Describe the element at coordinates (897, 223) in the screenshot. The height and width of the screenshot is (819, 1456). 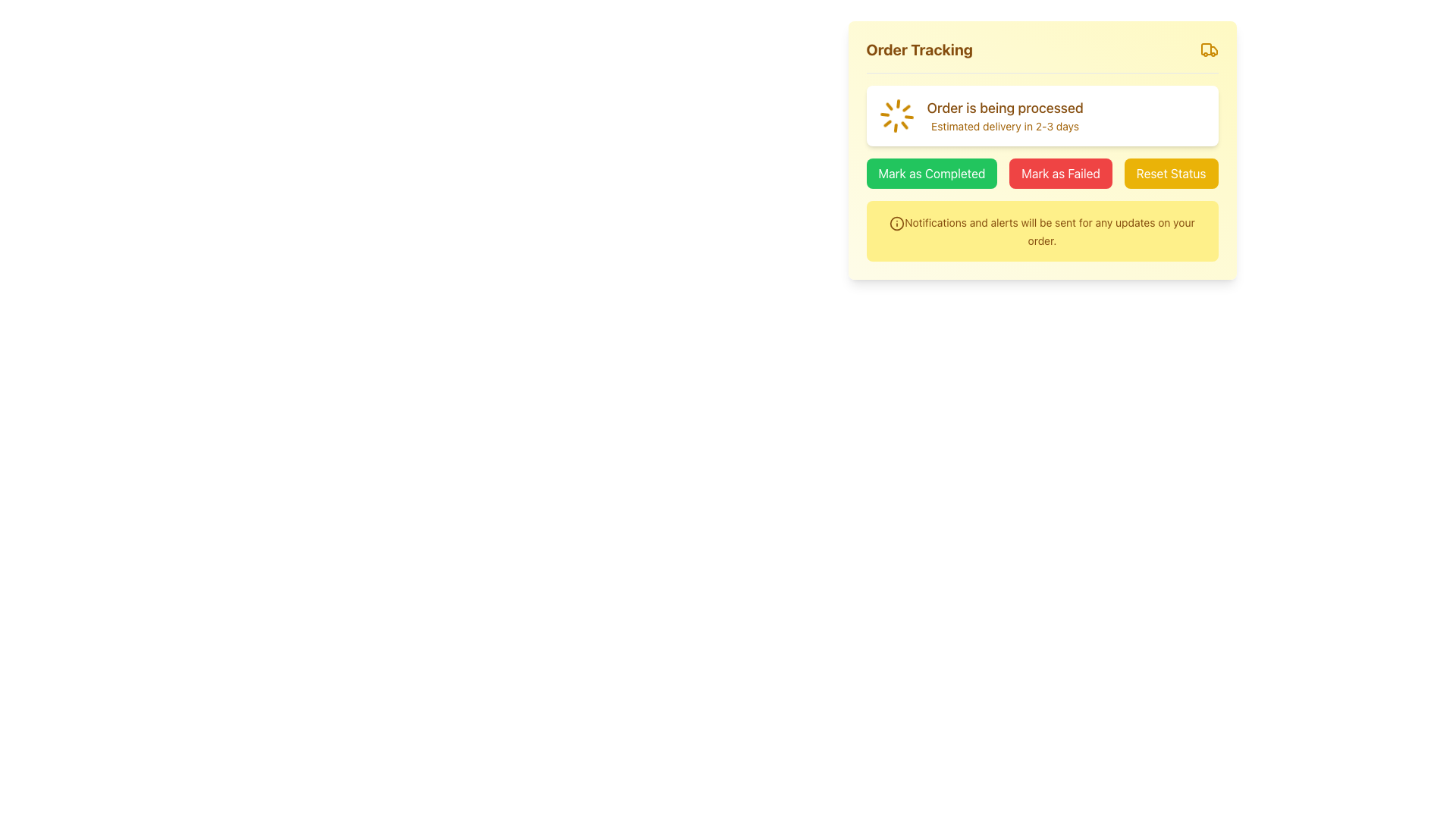
I see `the information icon located at the top-left corner of the yellow notification box in the order tracking panel` at that location.